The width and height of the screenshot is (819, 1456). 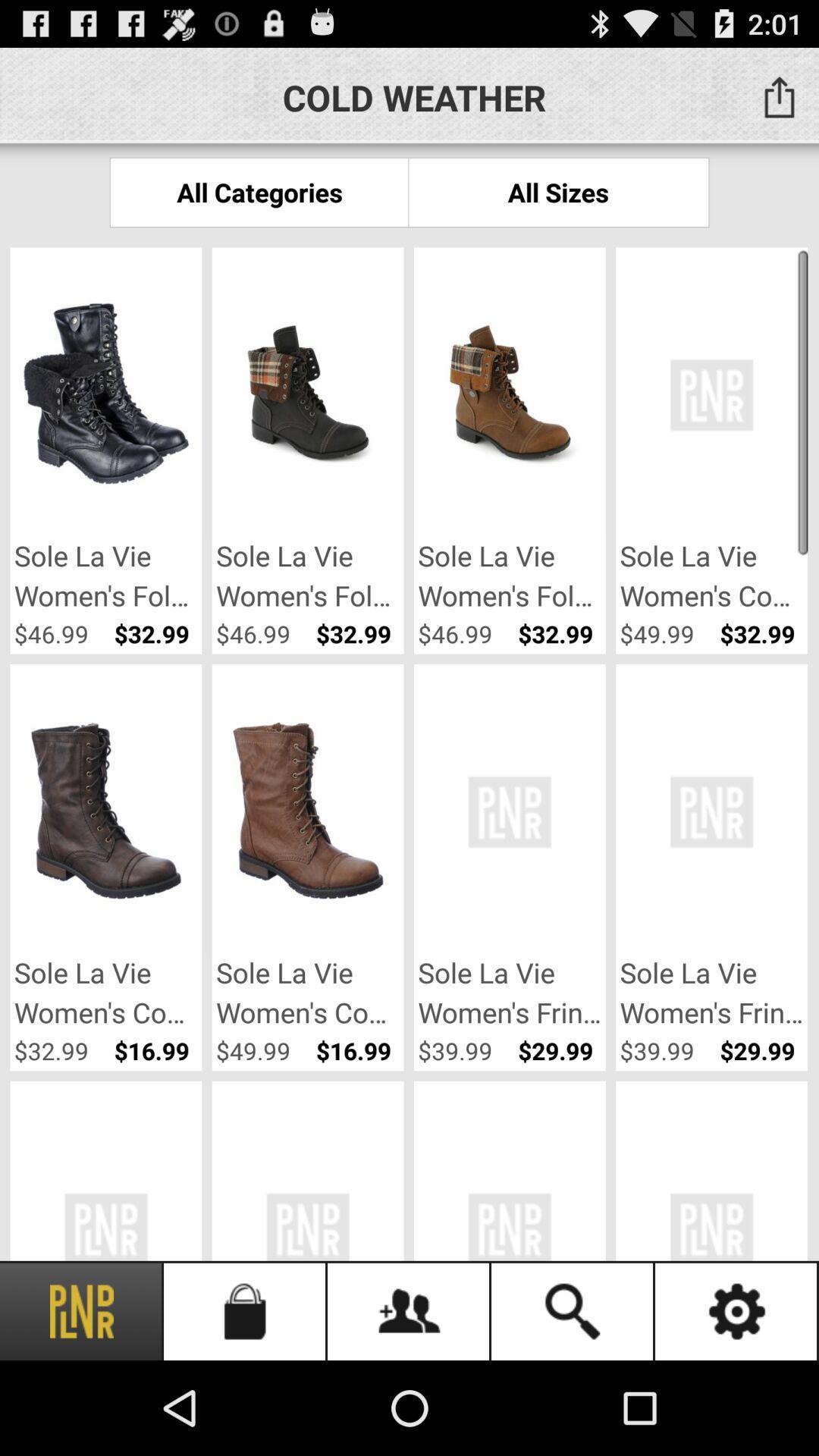 I want to click on the share icon, so click(x=779, y=103).